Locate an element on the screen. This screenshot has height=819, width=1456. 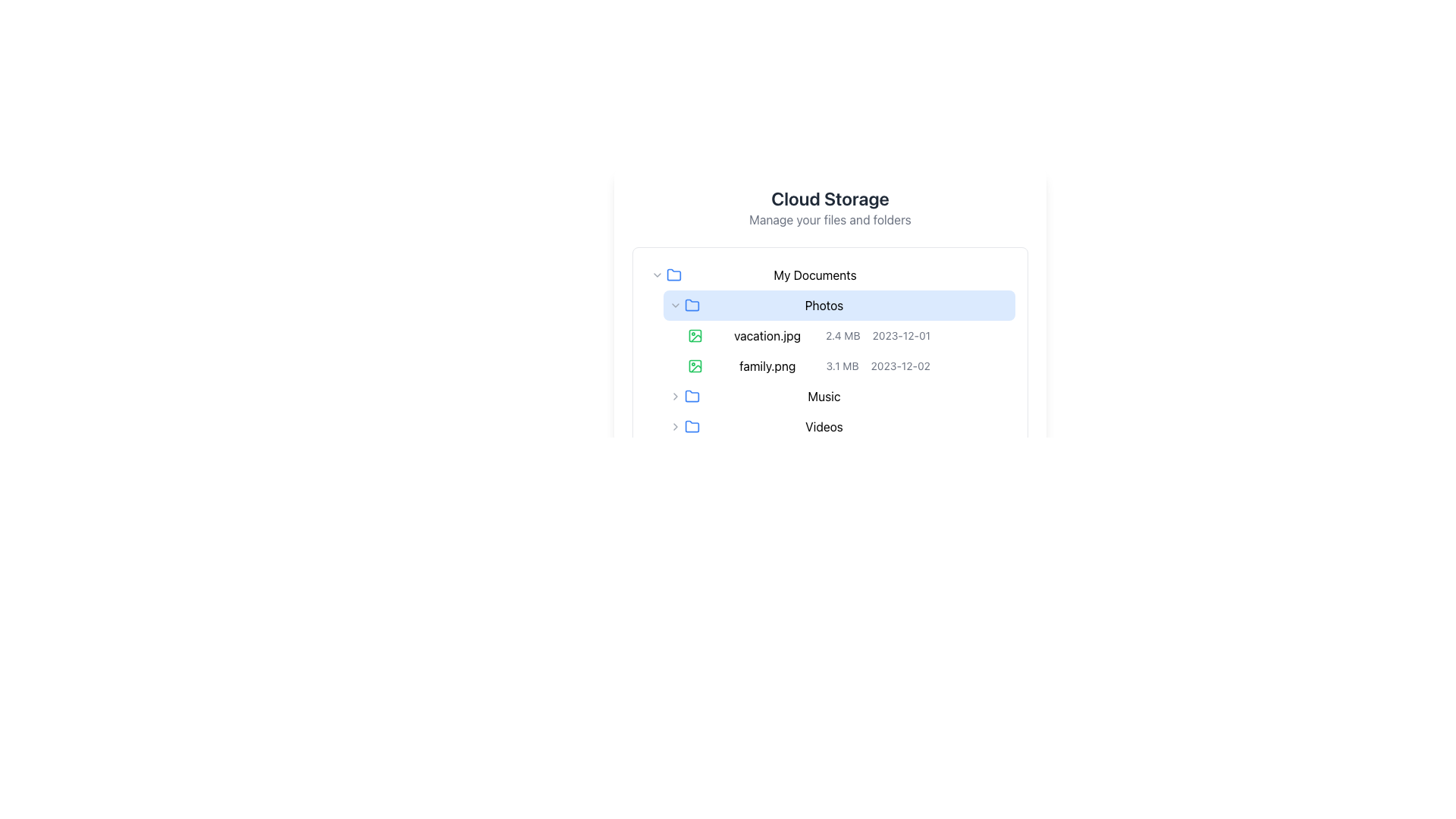
the text label representing the second file name in the 'Photos' folder is located at coordinates (767, 366).